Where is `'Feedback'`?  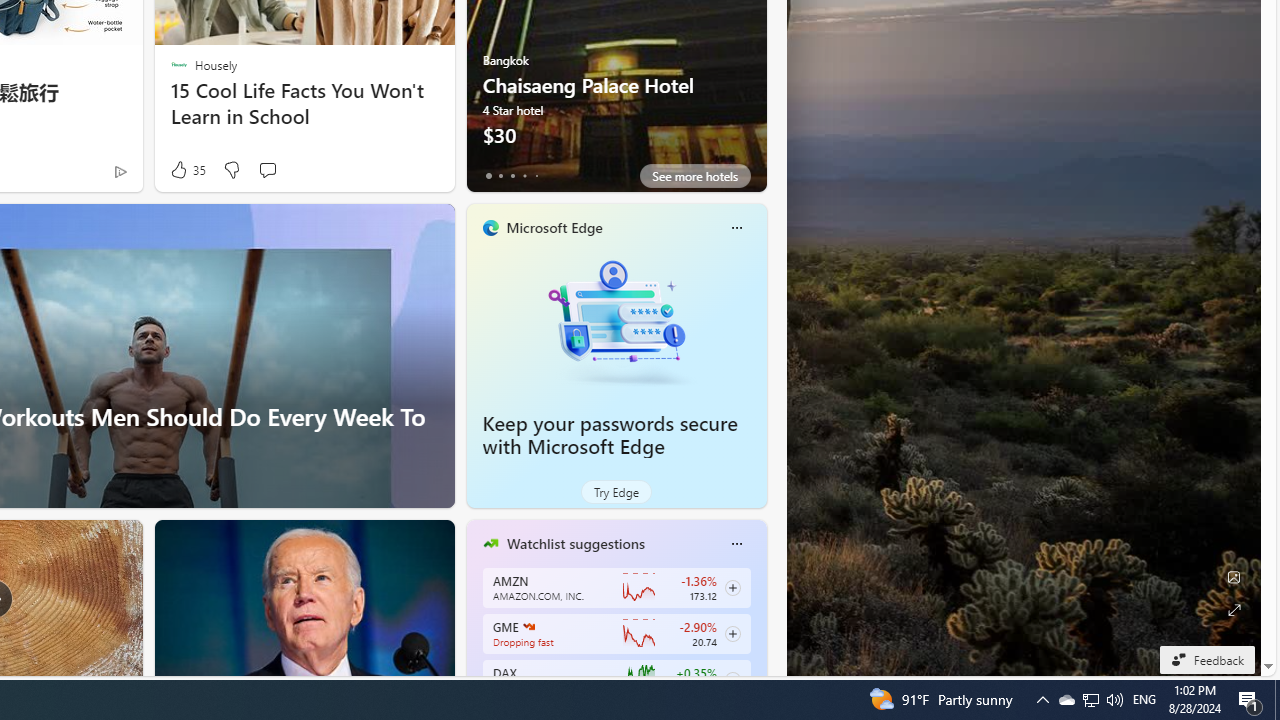 'Feedback' is located at coordinates (1205, 659).